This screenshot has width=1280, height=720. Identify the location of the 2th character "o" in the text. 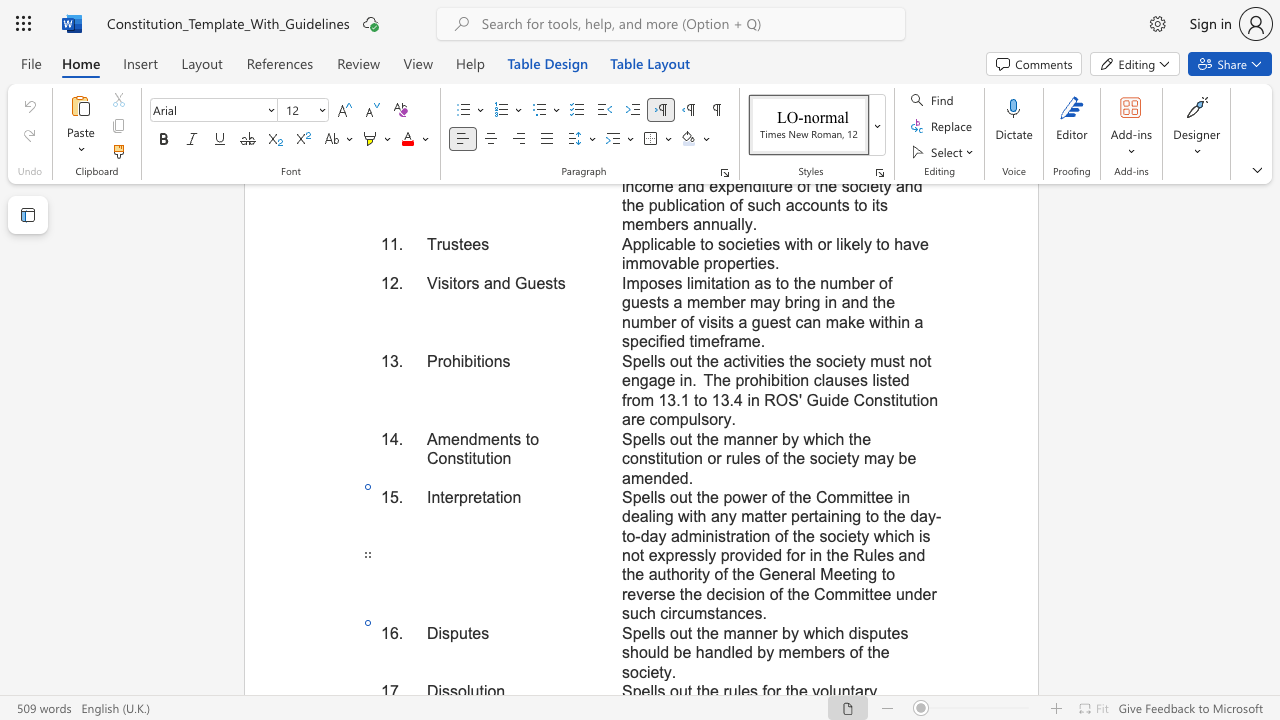
(442, 458).